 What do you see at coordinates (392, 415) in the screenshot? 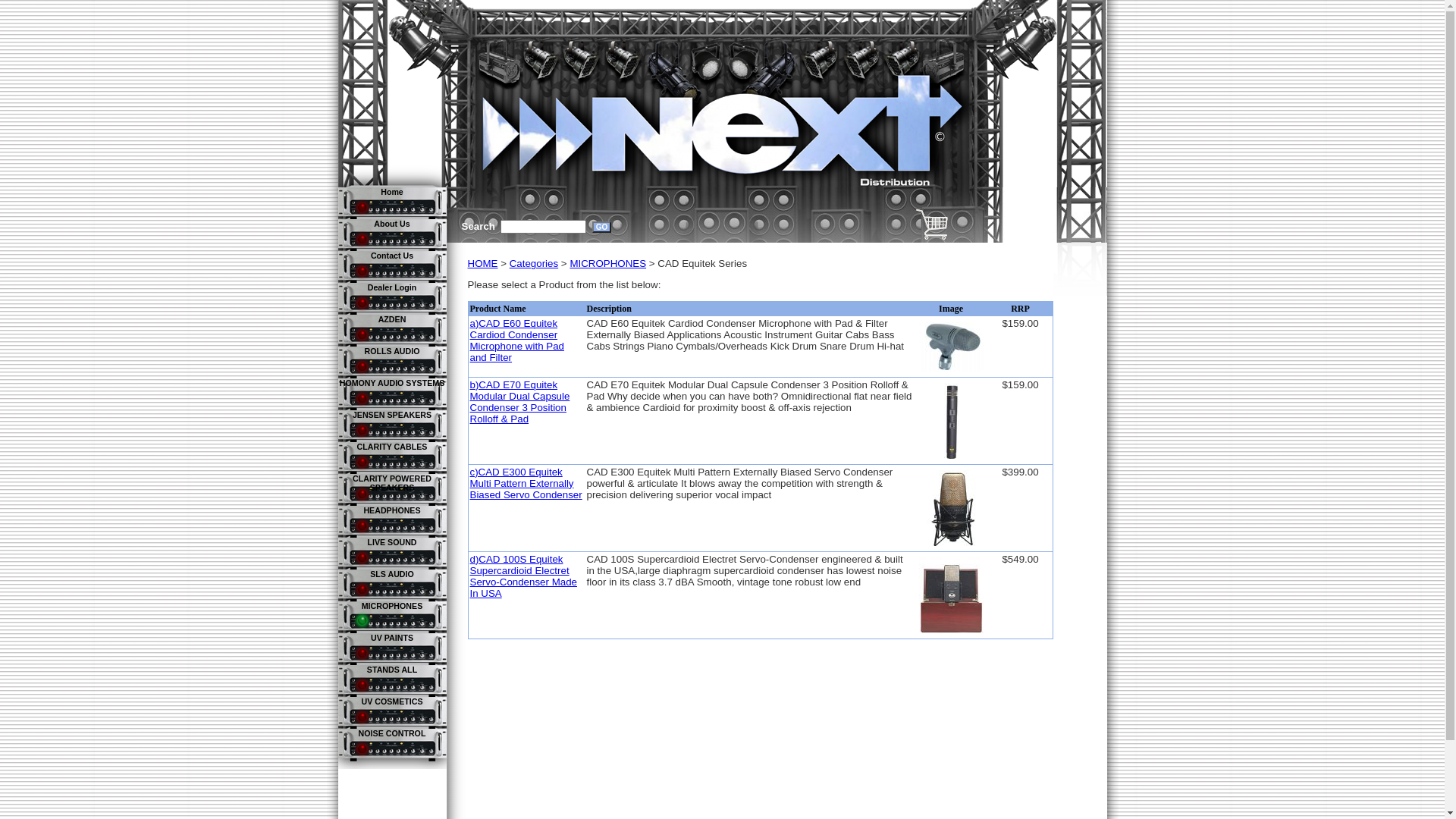
I see `'JENSEN SPEAKERS'` at bounding box center [392, 415].